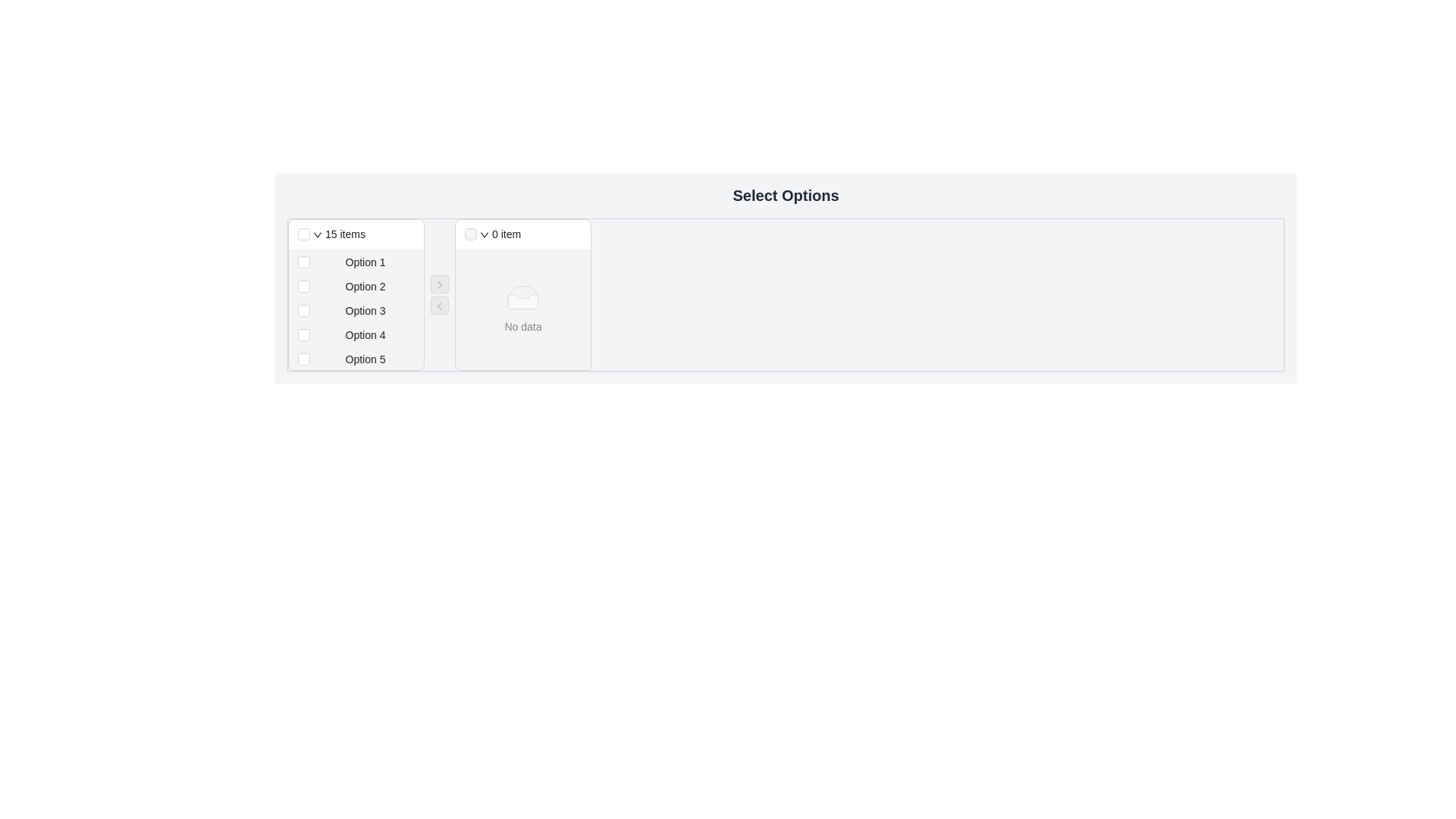 This screenshot has height=819, width=1456. What do you see at coordinates (523, 298) in the screenshot?
I see `the displayed information on the Informative icon located under the '0 item' dropdown in the central section of the interface` at bounding box center [523, 298].